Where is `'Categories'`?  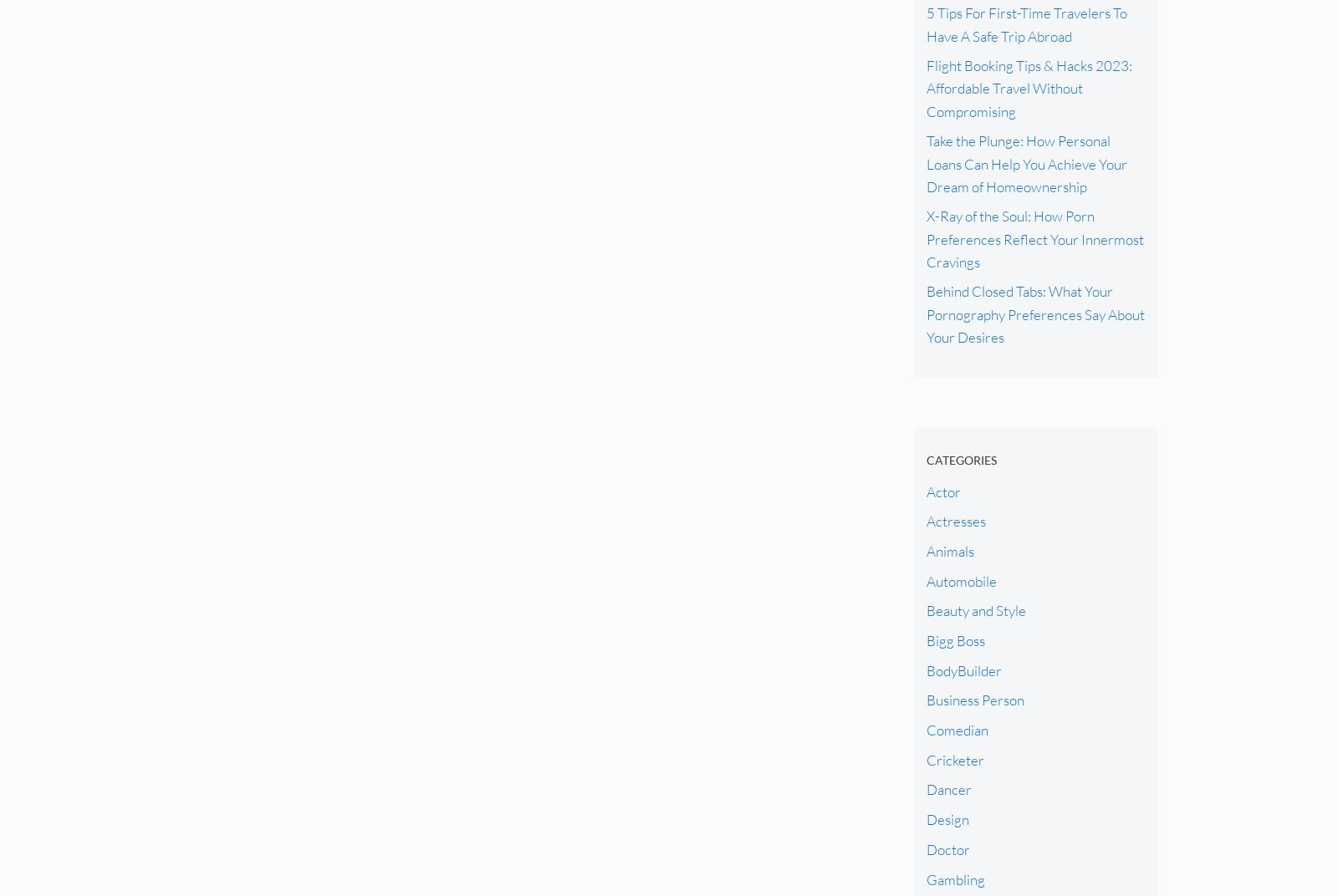
'Categories' is located at coordinates (960, 459).